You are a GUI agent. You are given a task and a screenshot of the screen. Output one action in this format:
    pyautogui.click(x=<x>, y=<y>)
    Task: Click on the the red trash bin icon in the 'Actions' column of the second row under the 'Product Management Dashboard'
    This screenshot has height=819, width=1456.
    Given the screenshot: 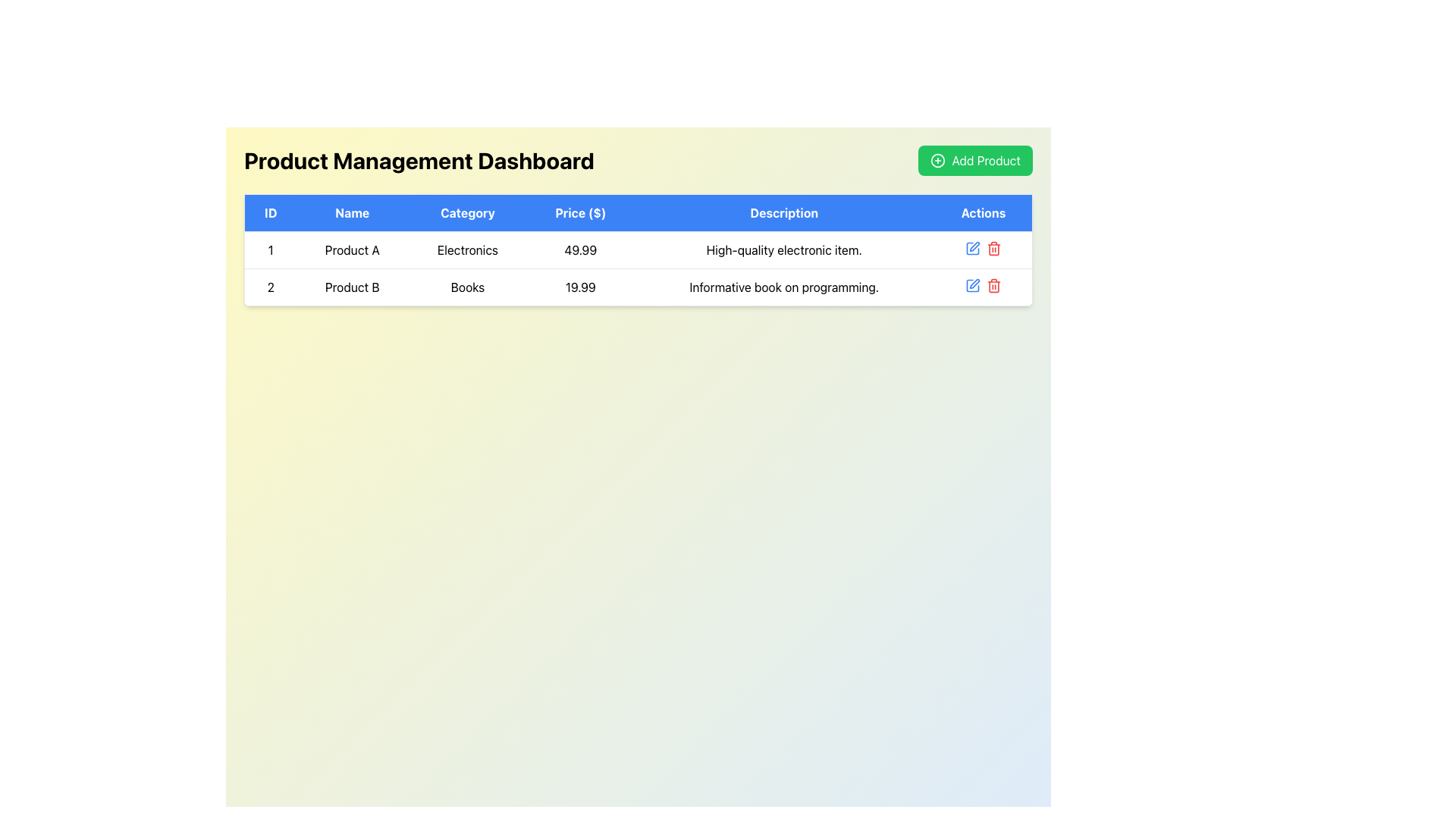 What is the action you would take?
    pyautogui.click(x=993, y=247)
    